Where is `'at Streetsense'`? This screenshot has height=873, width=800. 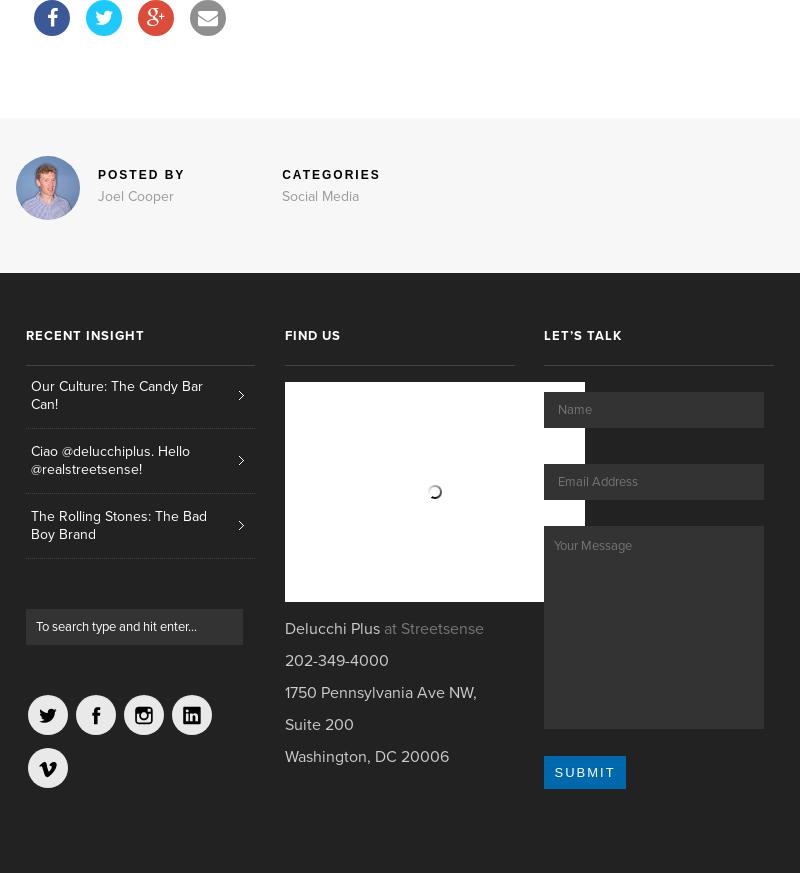 'at Streetsense' is located at coordinates (433, 628).